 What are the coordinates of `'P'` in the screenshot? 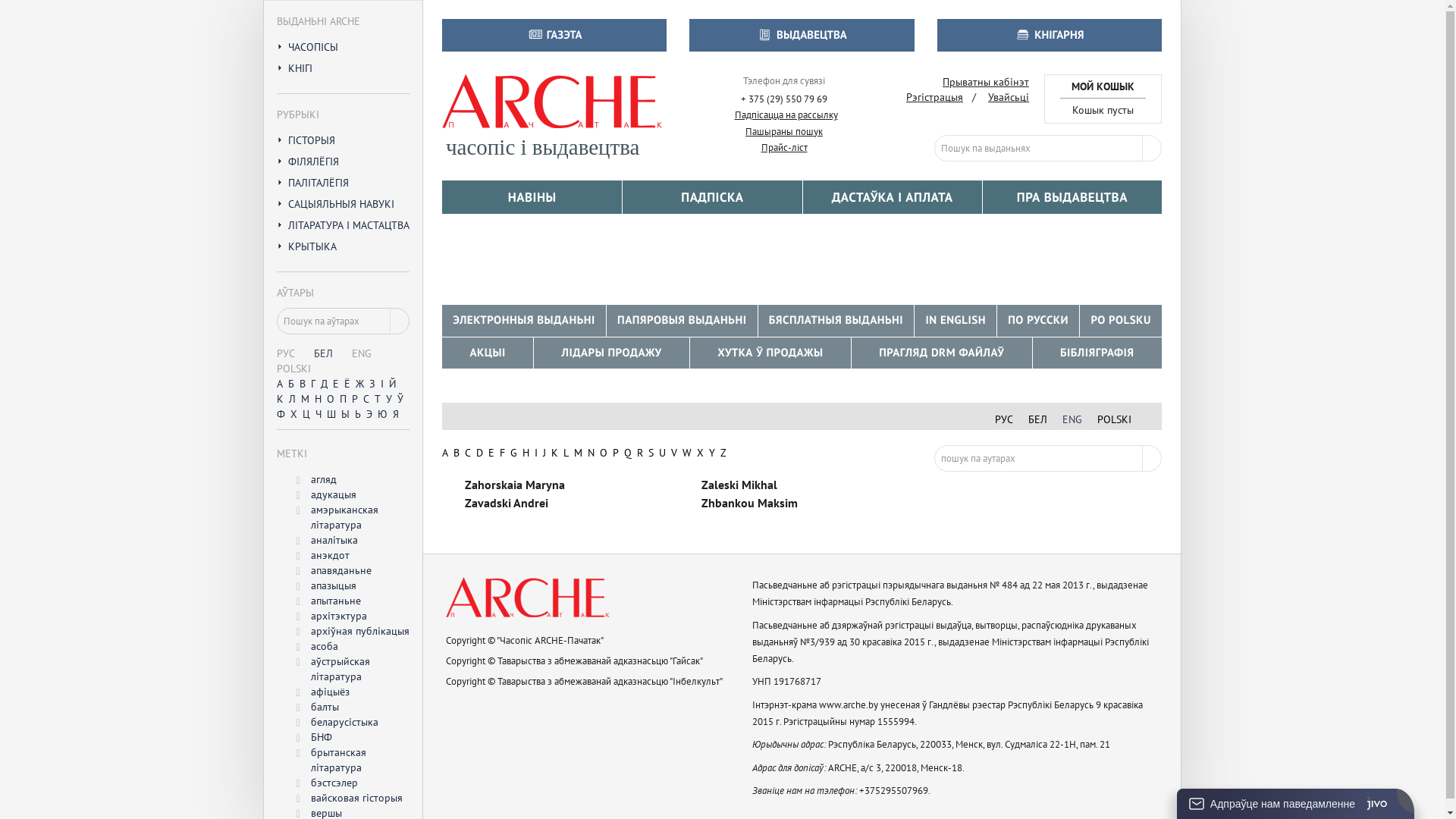 It's located at (615, 452).